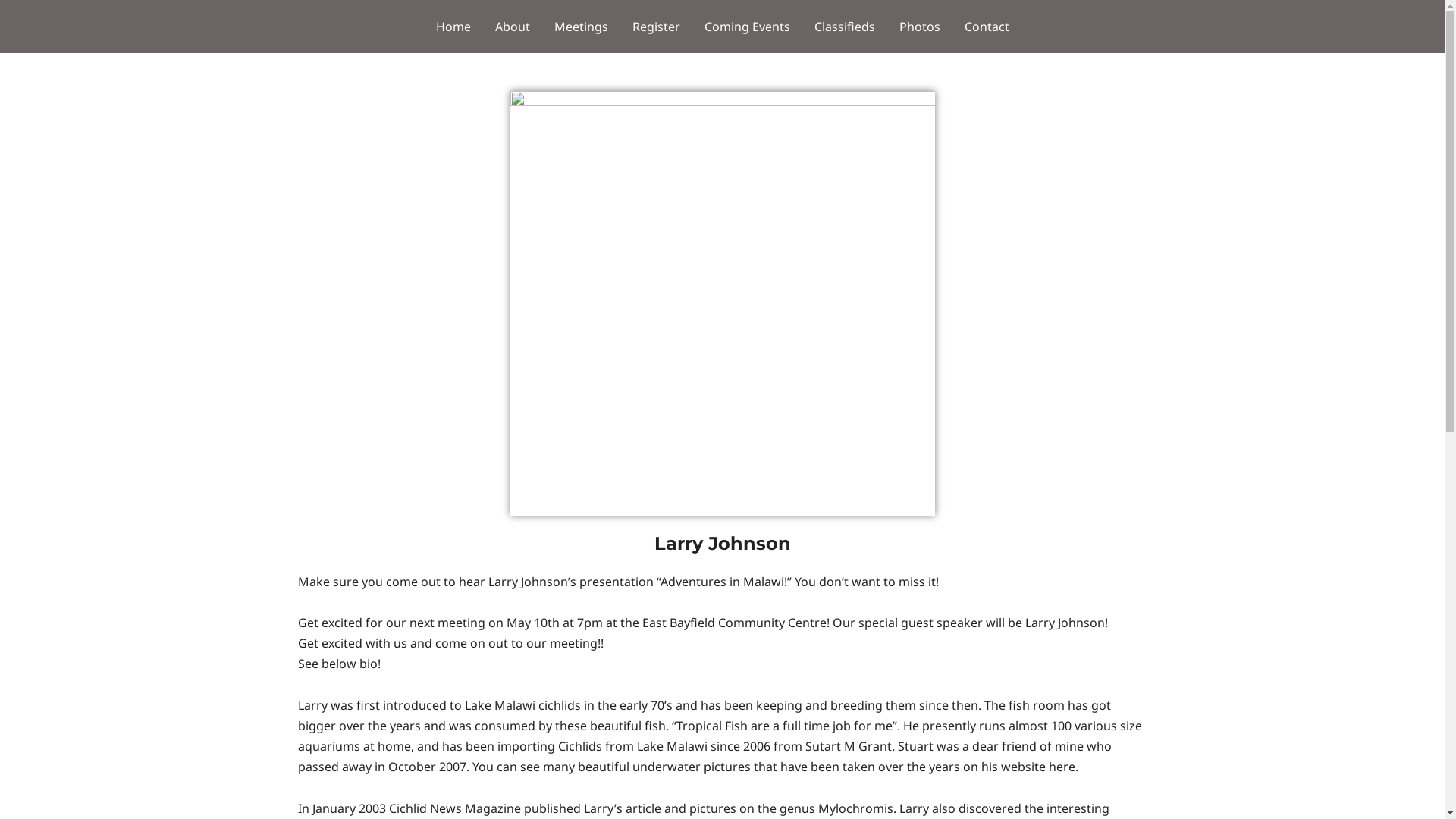 This screenshot has width=1456, height=819. I want to click on 'Home', so click(451, 26).